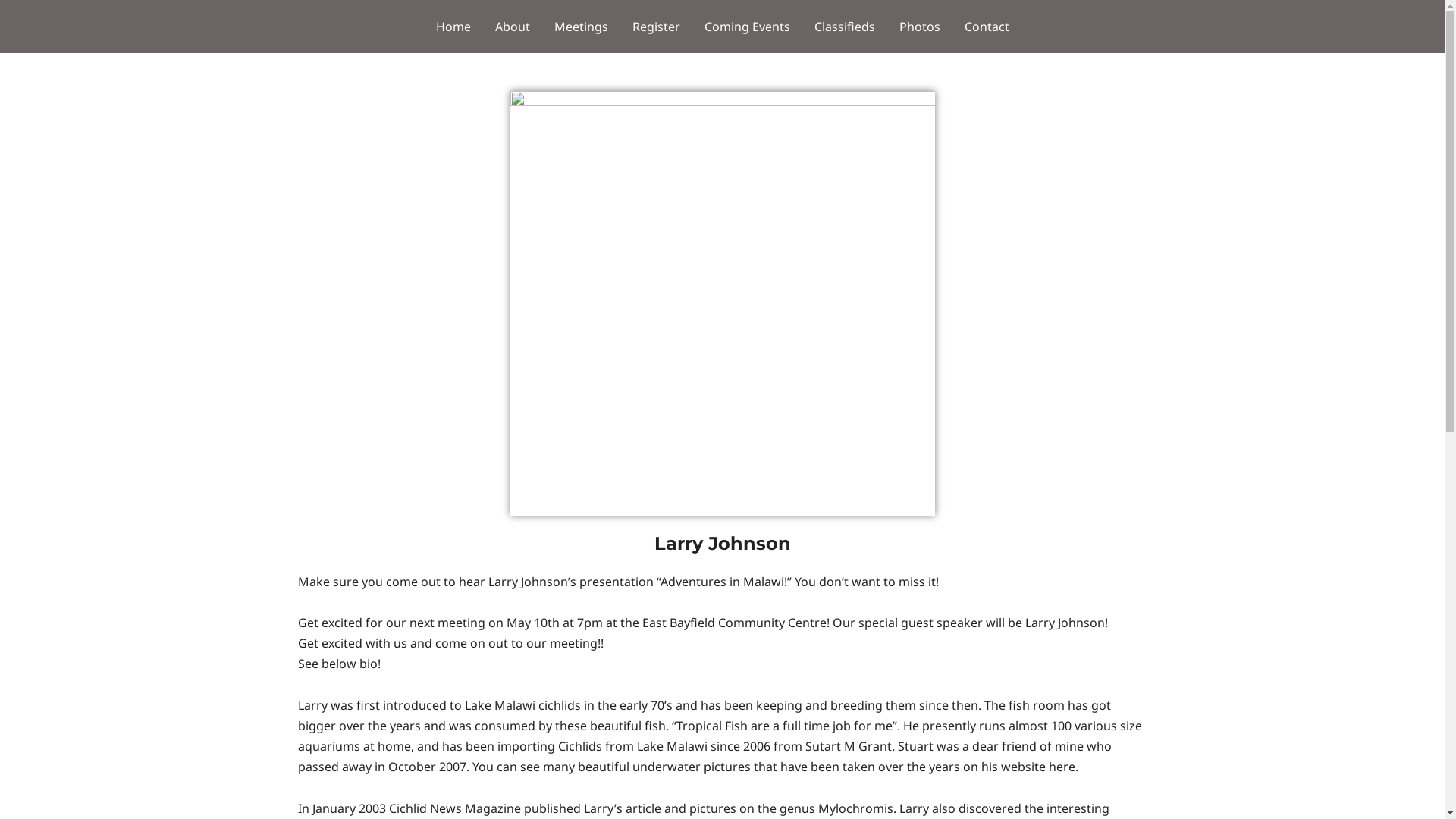 This screenshot has width=1456, height=819. I want to click on 'Home', so click(451, 26).